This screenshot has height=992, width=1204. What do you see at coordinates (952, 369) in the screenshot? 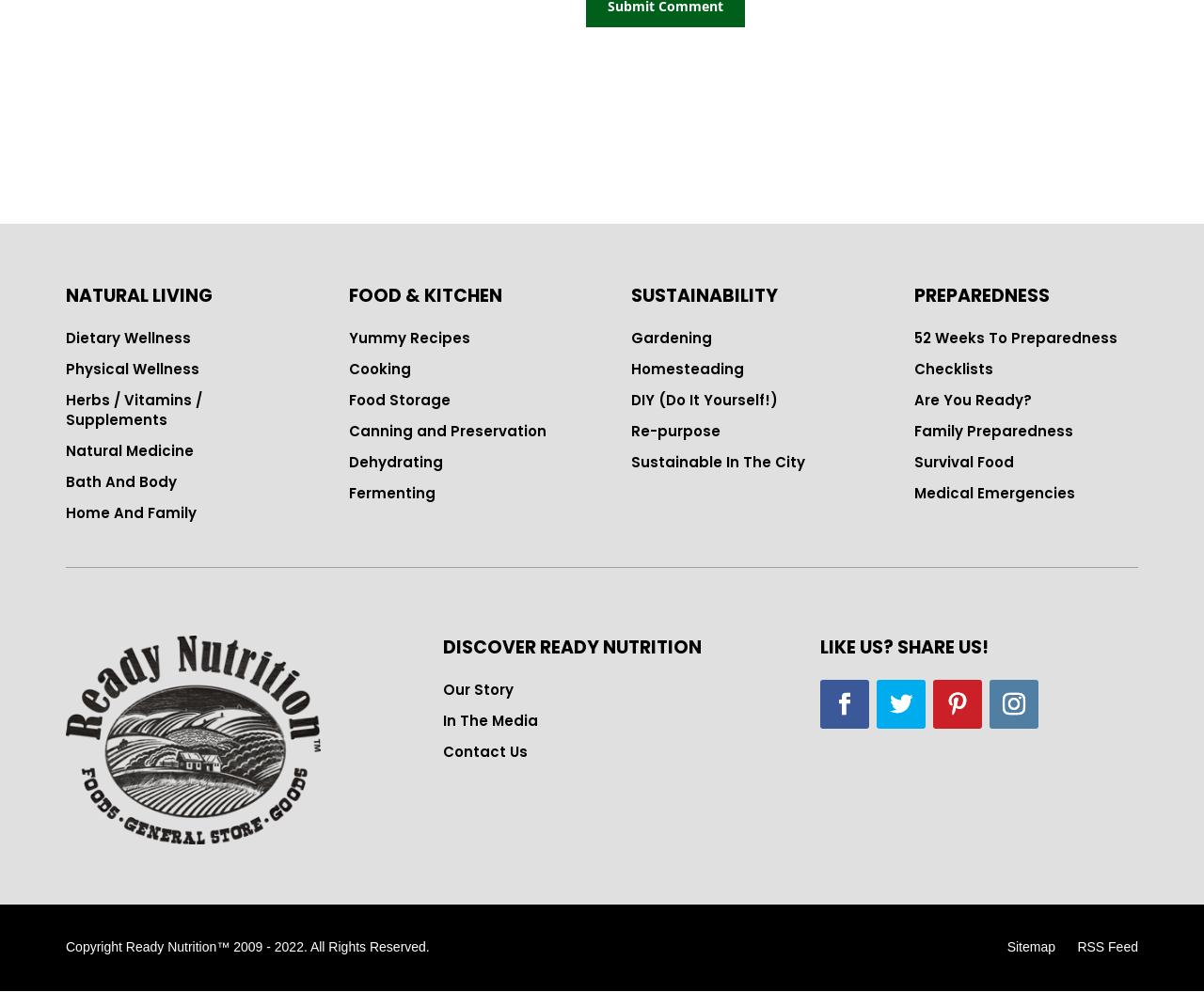
I see `'Checklists'` at bounding box center [952, 369].